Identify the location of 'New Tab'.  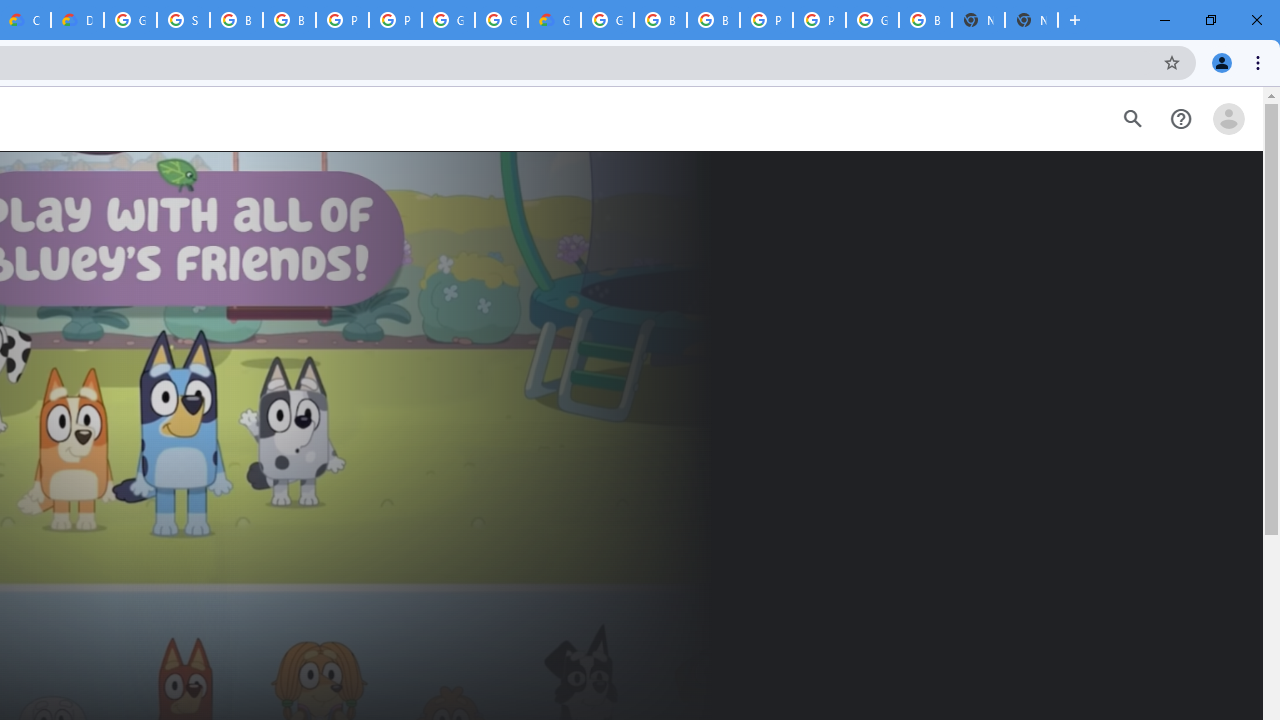
(1031, 20).